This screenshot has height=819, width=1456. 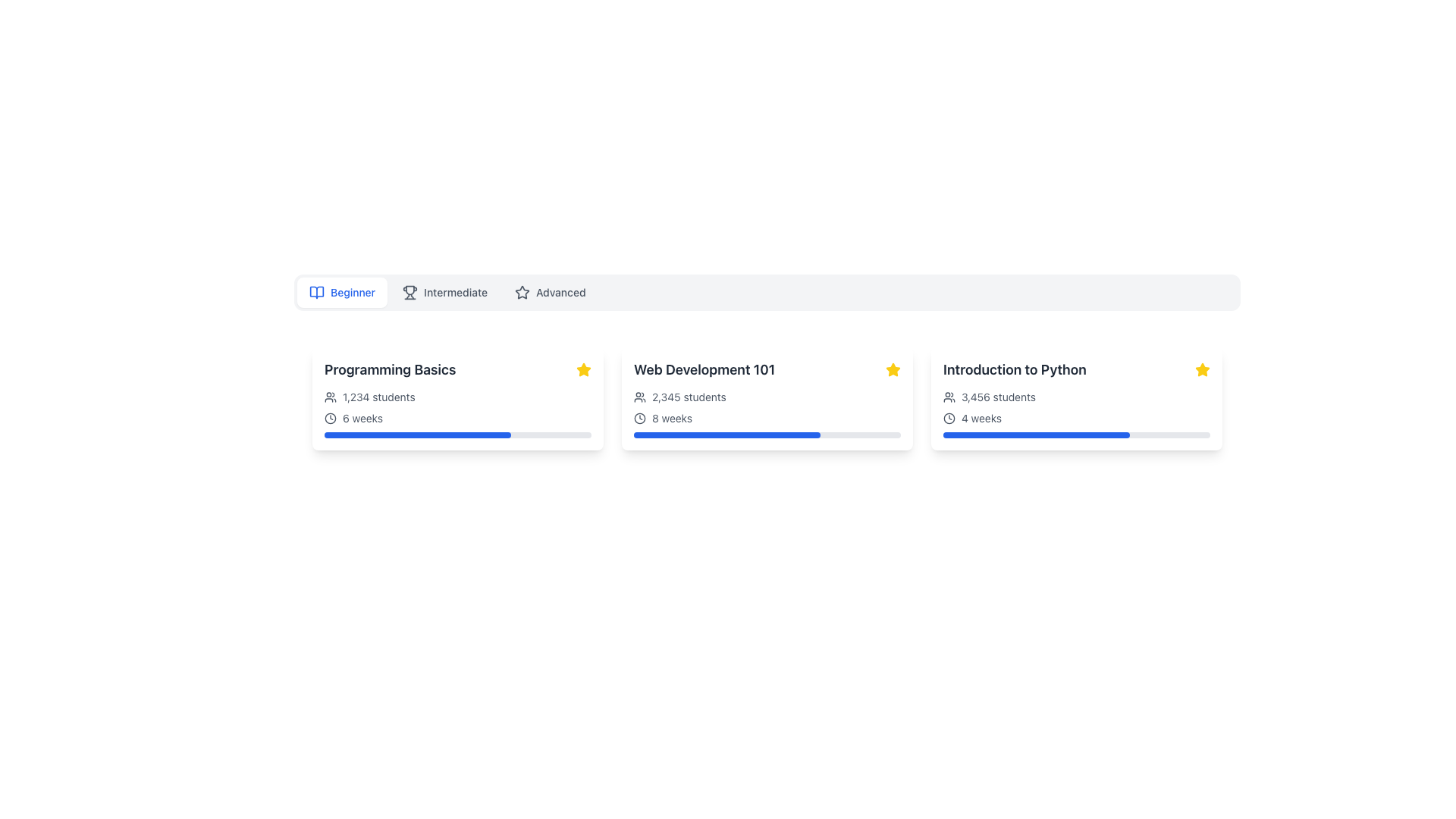 What do you see at coordinates (949, 418) in the screenshot?
I see `circular clock icon located to the left of the '4 weeks' text in the 'Introduction to Python' card using developer tools` at bounding box center [949, 418].